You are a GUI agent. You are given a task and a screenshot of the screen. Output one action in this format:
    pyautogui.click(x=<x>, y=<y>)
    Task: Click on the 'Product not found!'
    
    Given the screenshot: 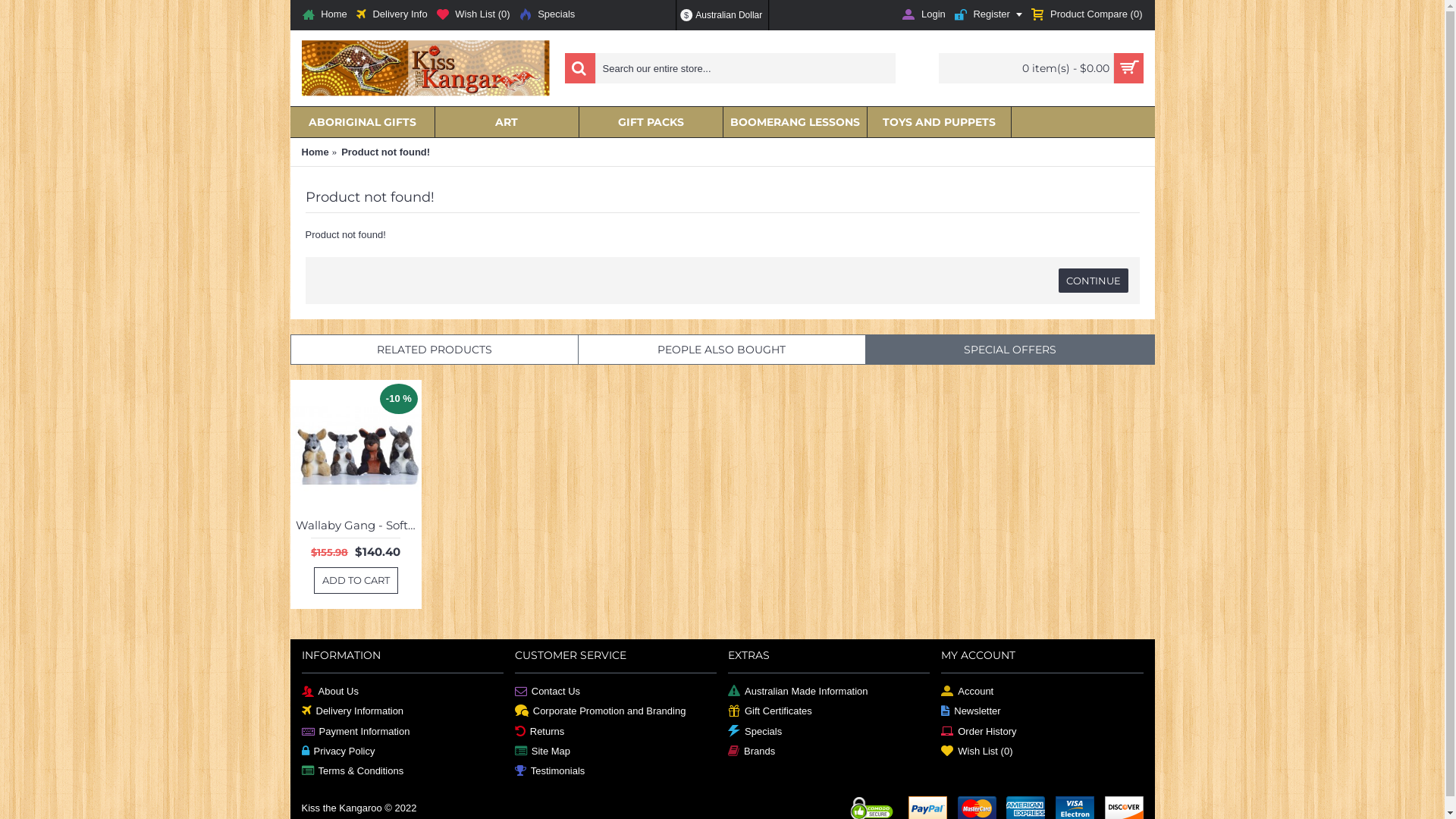 What is the action you would take?
    pyautogui.click(x=385, y=152)
    